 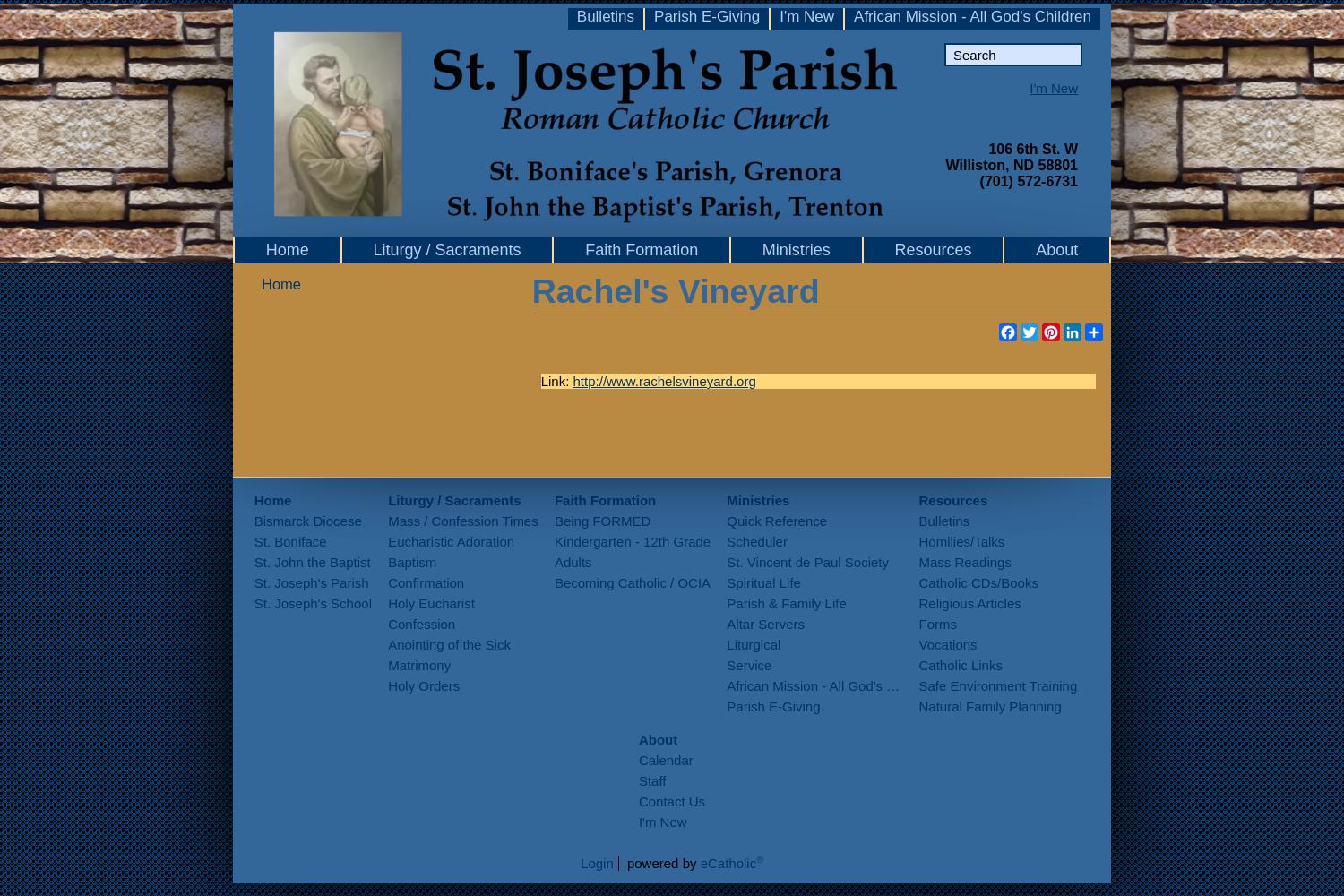 What do you see at coordinates (311, 603) in the screenshot?
I see `'St. Joseph's School'` at bounding box center [311, 603].